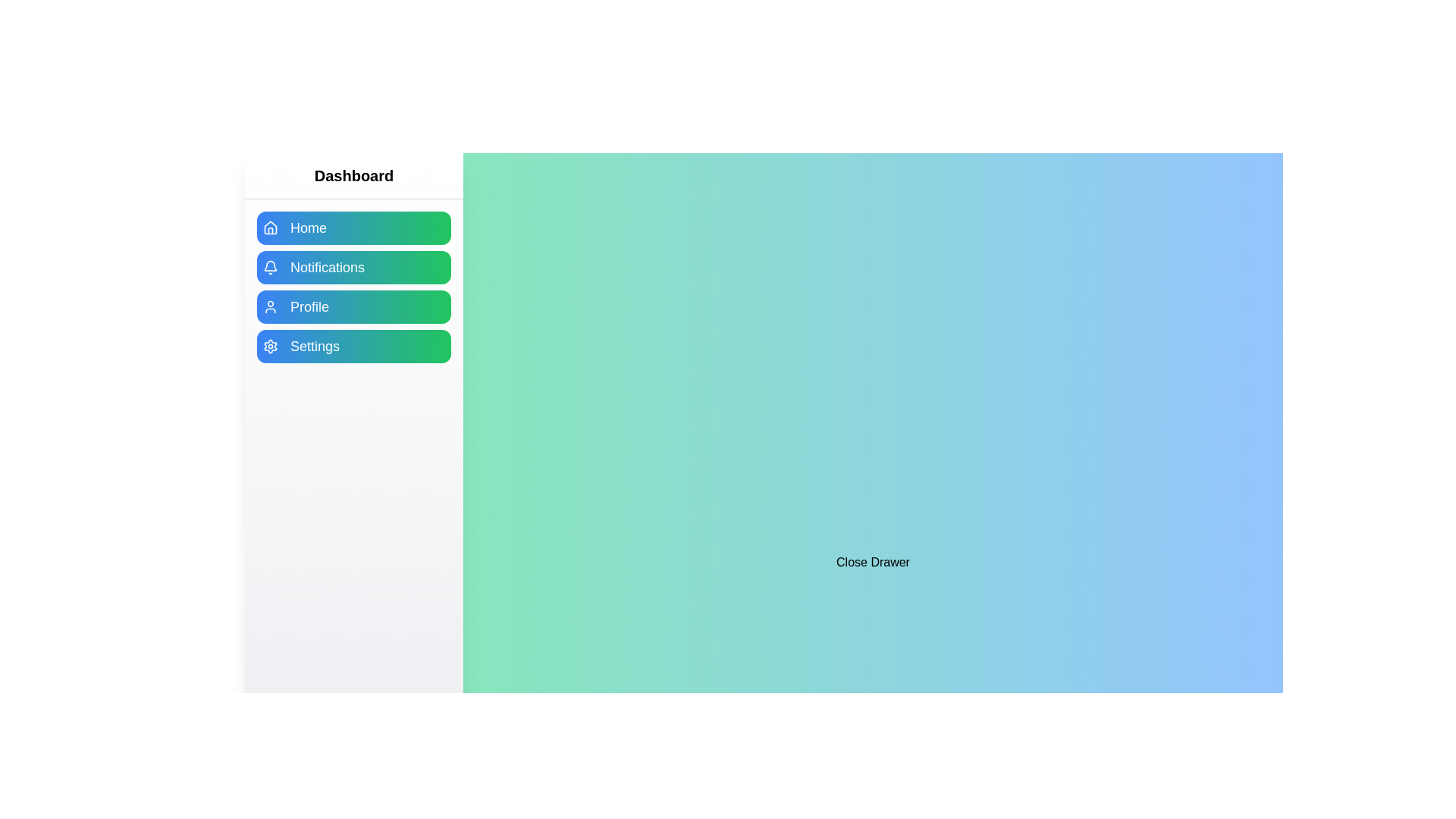  I want to click on the menu item labeled Home, so click(353, 227).